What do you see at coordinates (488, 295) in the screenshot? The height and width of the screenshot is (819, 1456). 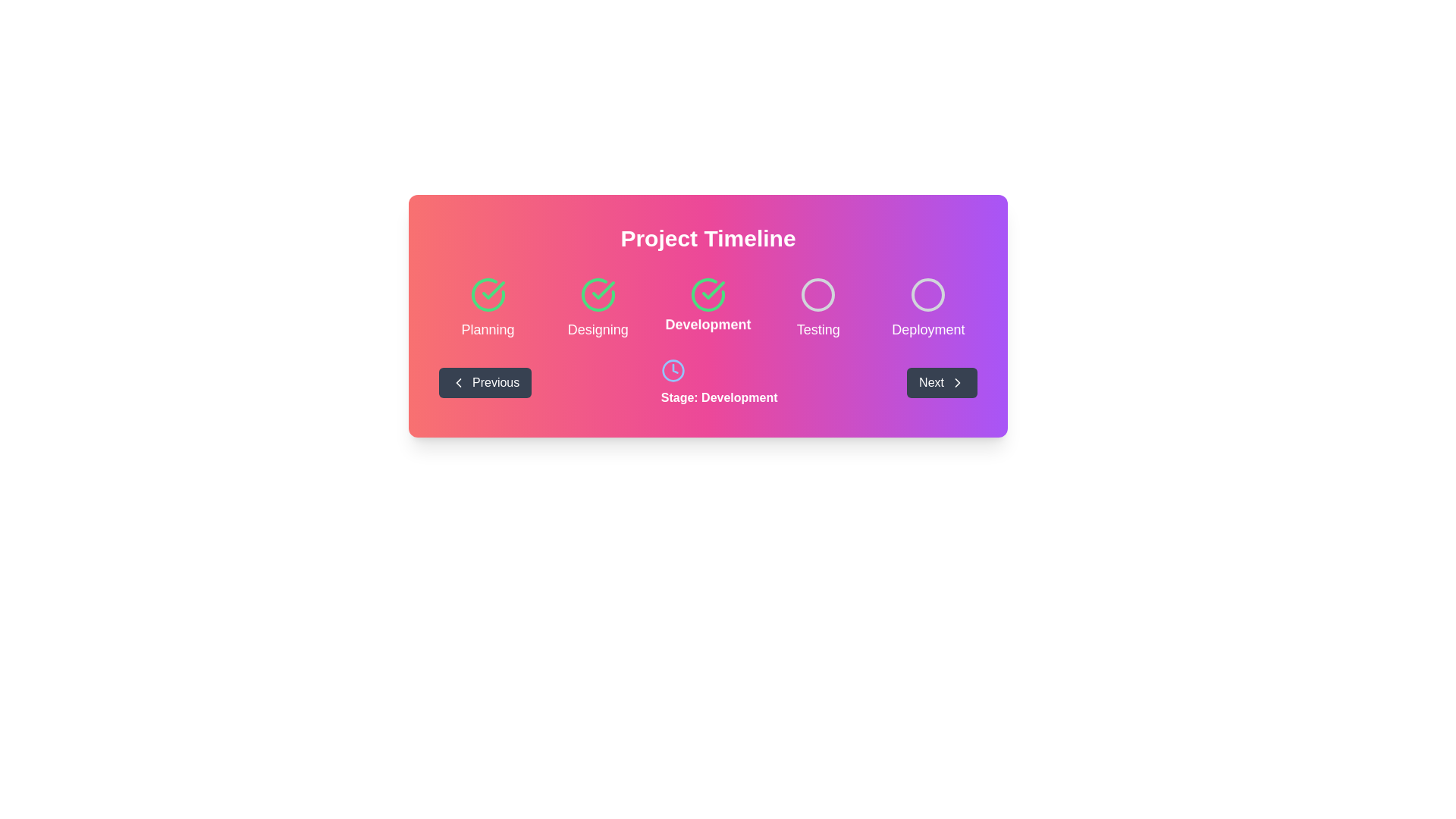 I see `the circular checkmark icon with a green outline, which is the first icon under the 'Project Timeline' heading` at bounding box center [488, 295].